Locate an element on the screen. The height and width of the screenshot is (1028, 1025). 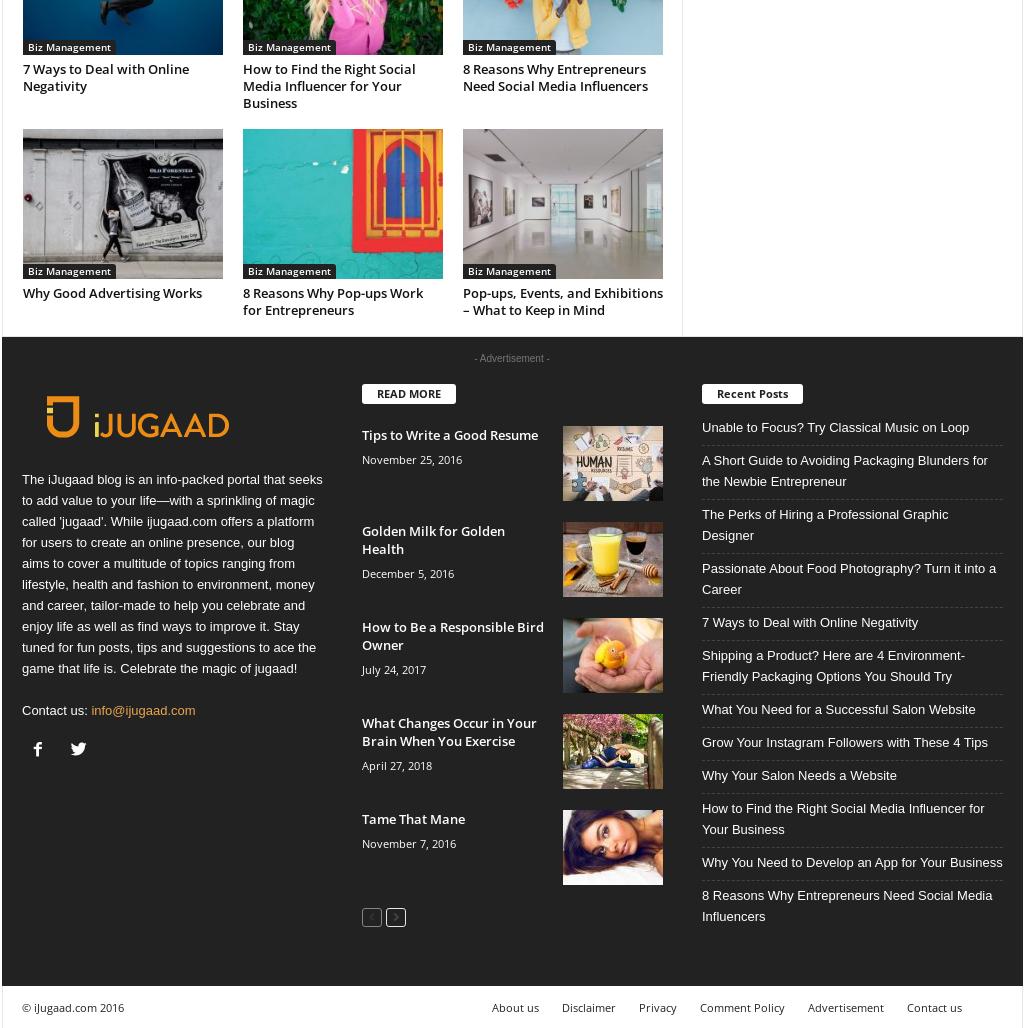
'July 24, 2017' is located at coordinates (394, 668).